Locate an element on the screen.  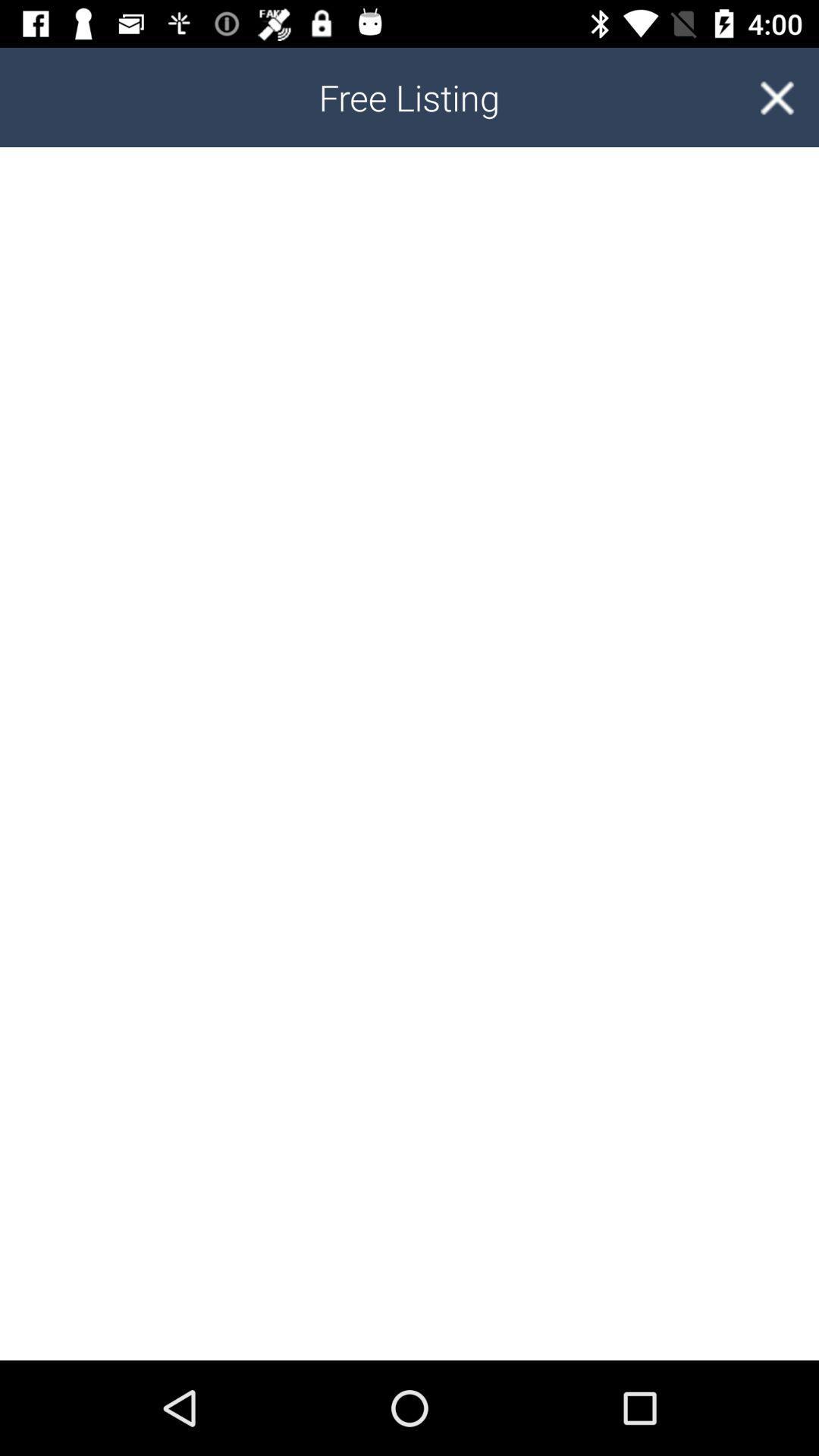
item at the top right corner is located at coordinates (777, 96).